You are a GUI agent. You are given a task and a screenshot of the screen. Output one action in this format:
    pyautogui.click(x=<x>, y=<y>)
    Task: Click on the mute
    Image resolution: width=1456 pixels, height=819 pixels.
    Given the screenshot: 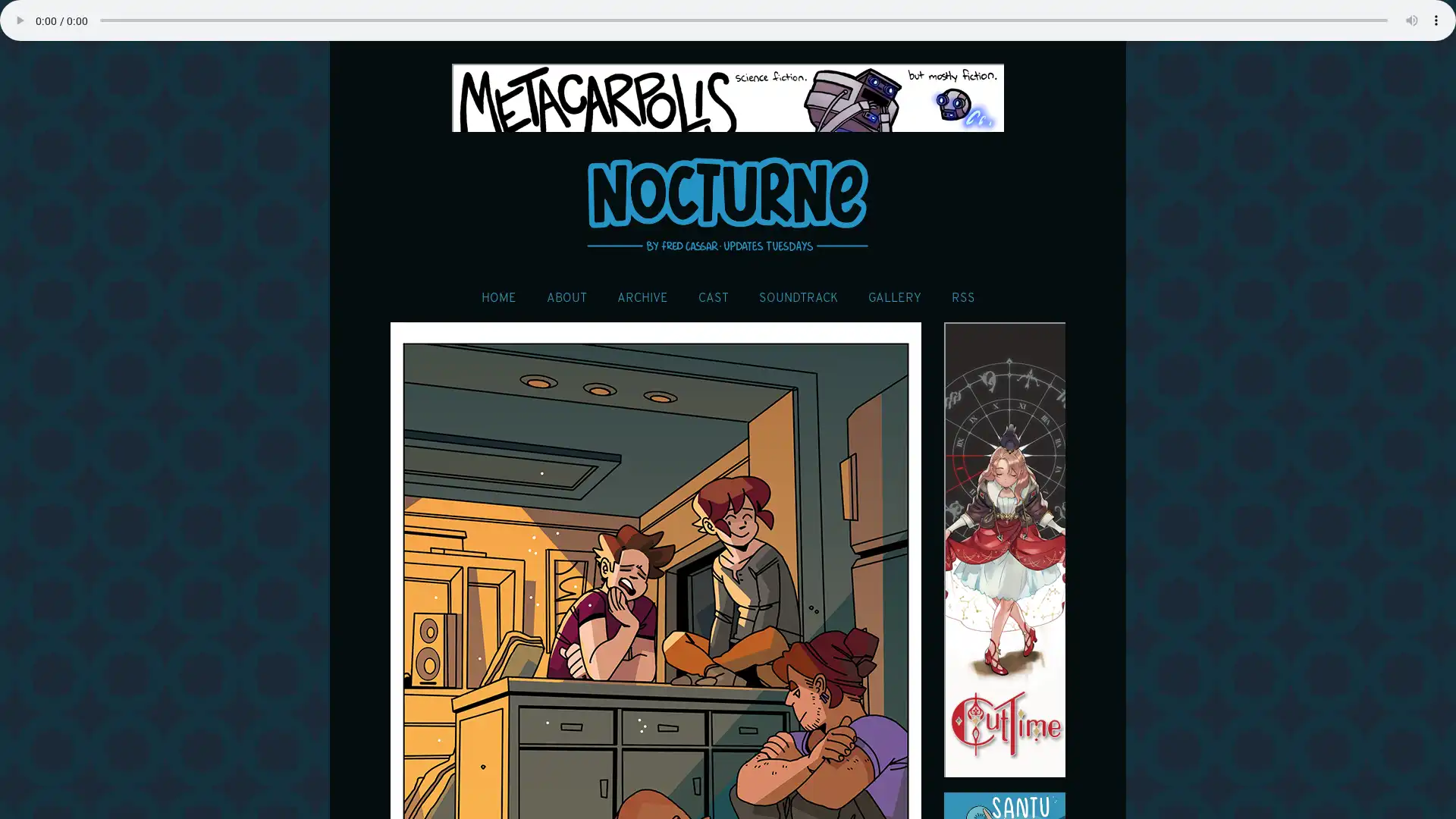 What is the action you would take?
    pyautogui.click(x=1411, y=20)
    